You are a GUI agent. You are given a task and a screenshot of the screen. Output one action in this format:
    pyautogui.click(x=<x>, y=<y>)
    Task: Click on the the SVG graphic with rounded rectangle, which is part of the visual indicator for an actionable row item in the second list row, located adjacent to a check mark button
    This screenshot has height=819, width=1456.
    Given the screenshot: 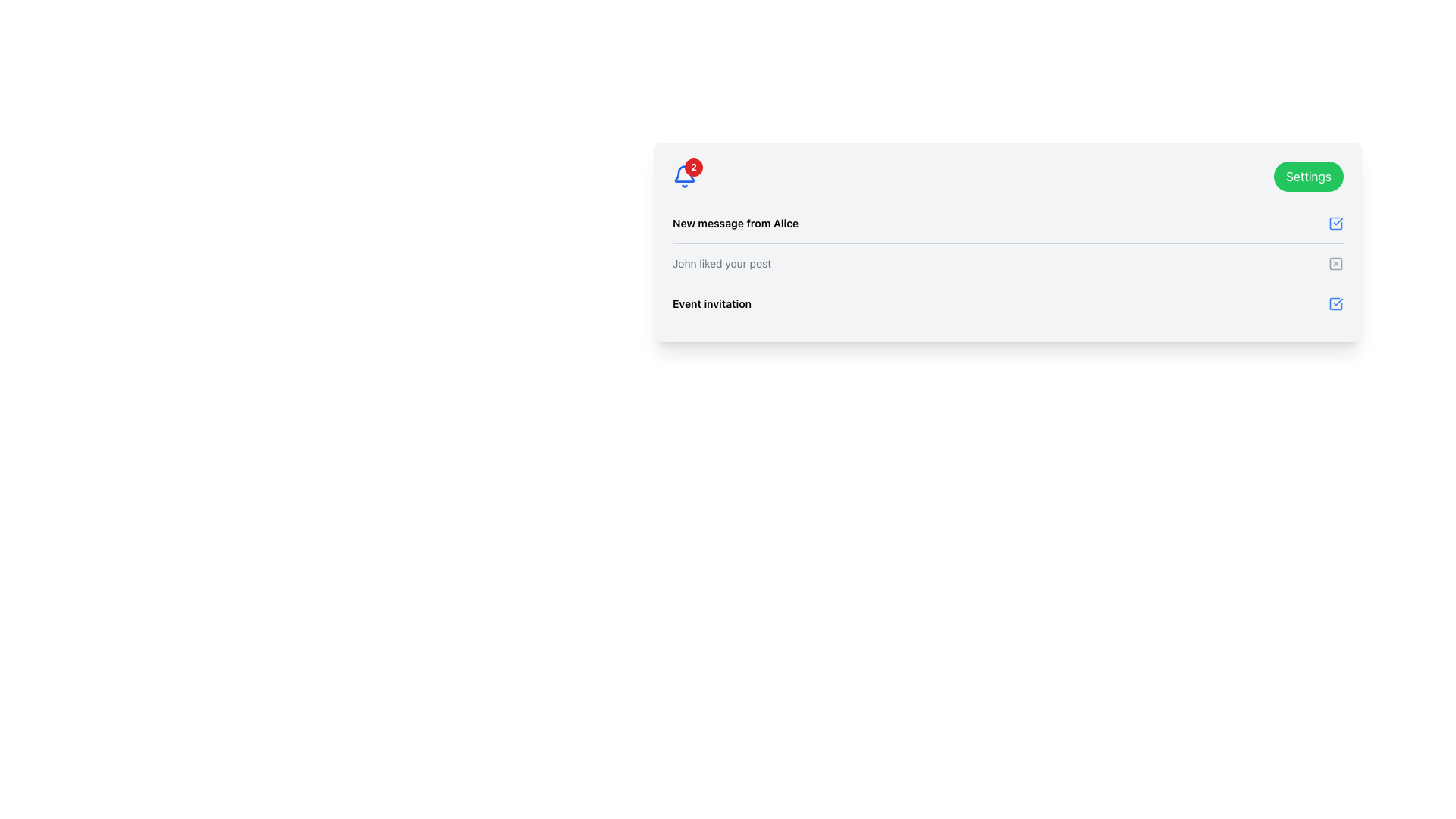 What is the action you would take?
    pyautogui.click(x=1335, y=262)
    